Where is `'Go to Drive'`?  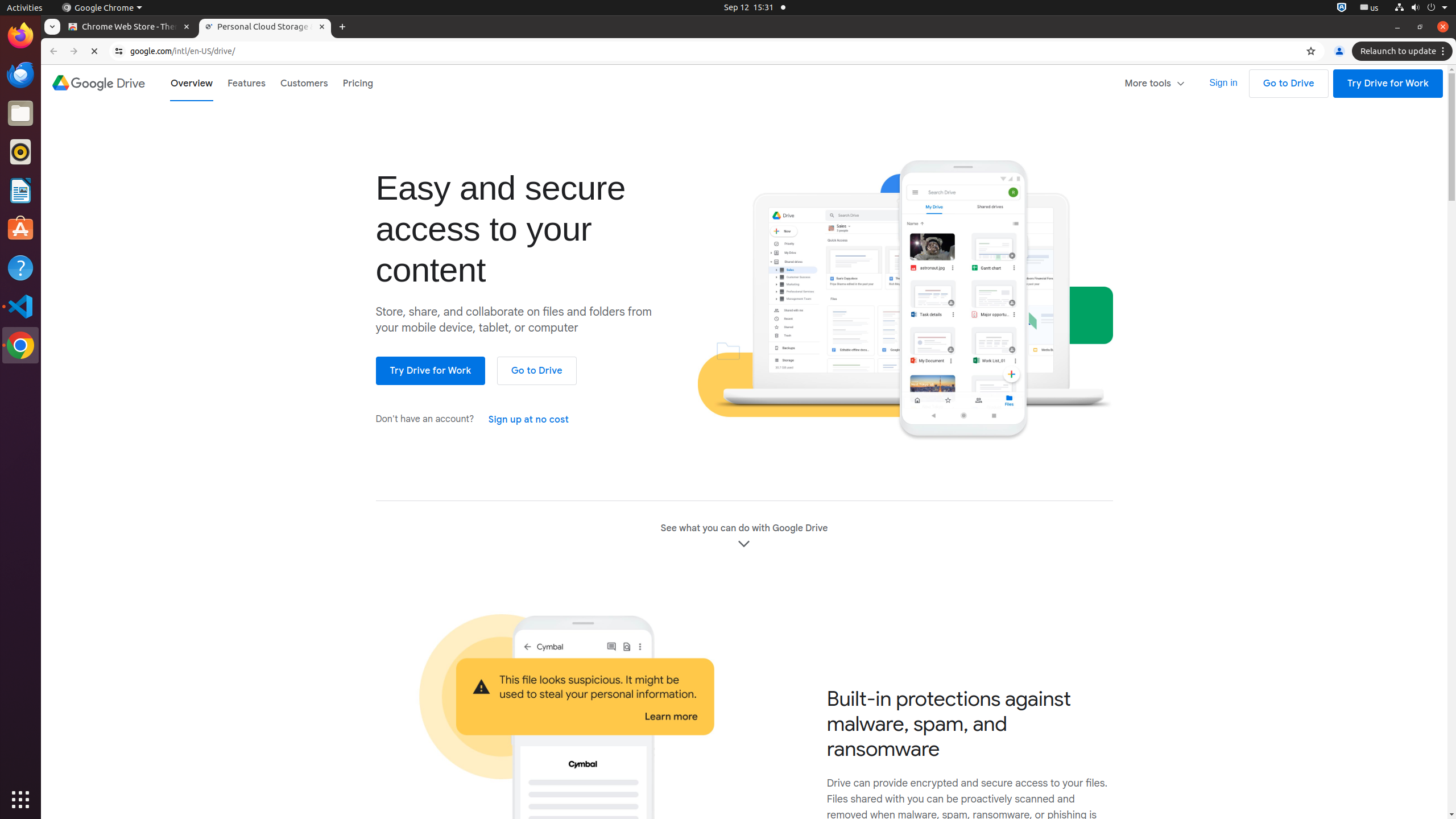 'Go to Drive' is located at coordinates (1289, 83).